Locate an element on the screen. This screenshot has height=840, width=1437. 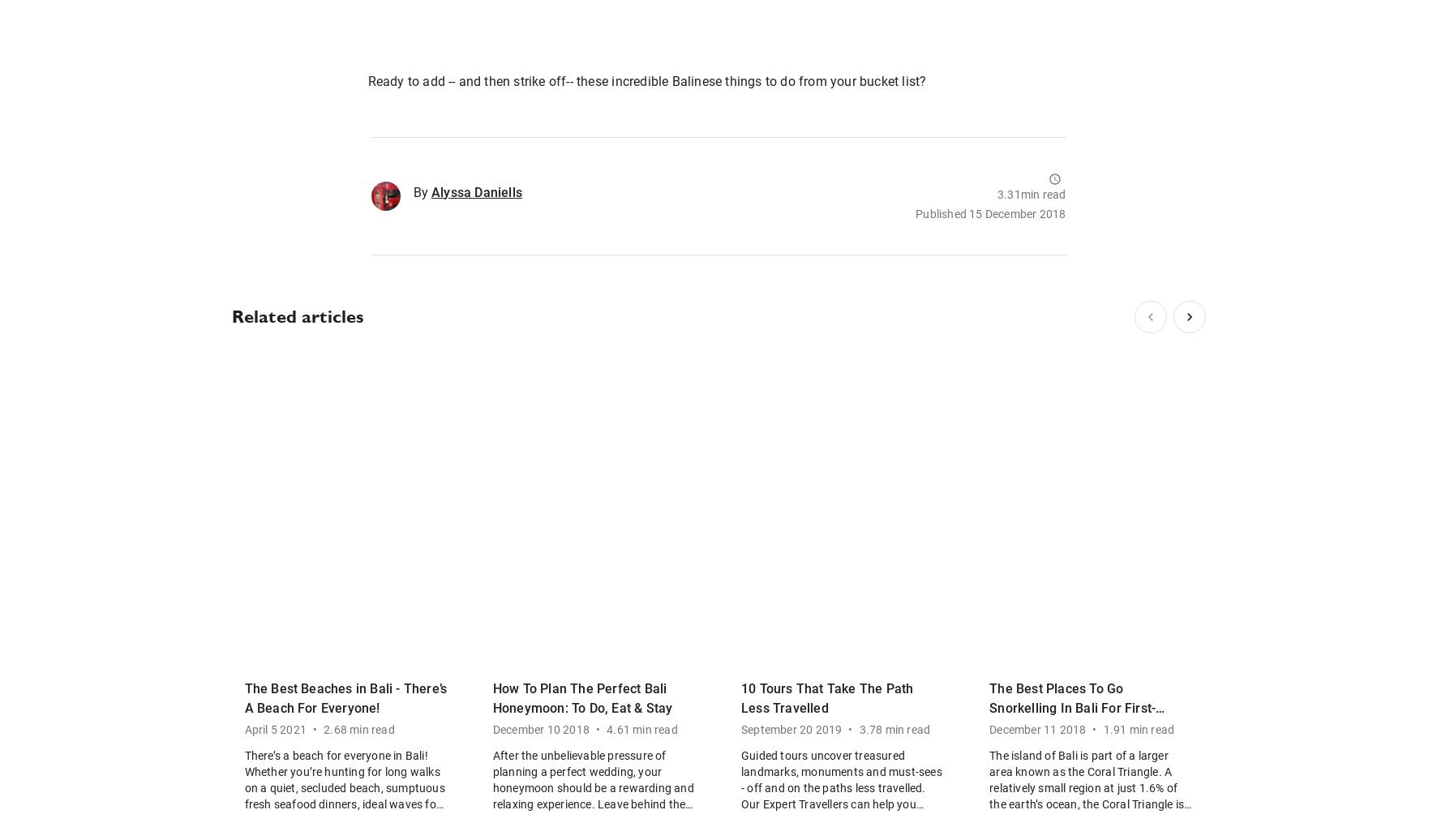
'2.68 min read' is located at coordinates (358, 729).